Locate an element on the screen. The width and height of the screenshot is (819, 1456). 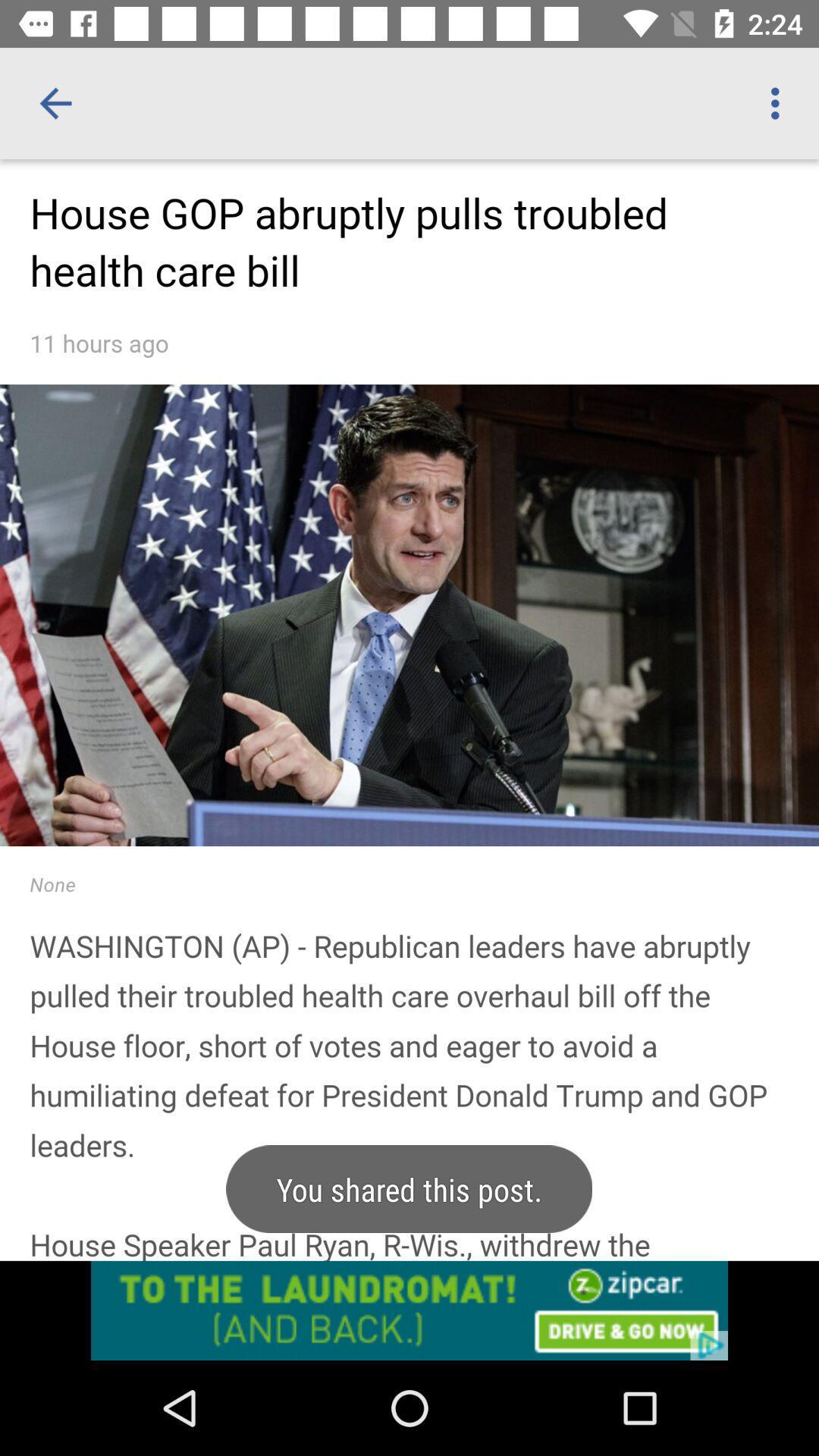
print screen is located at coordinates (409, 760).